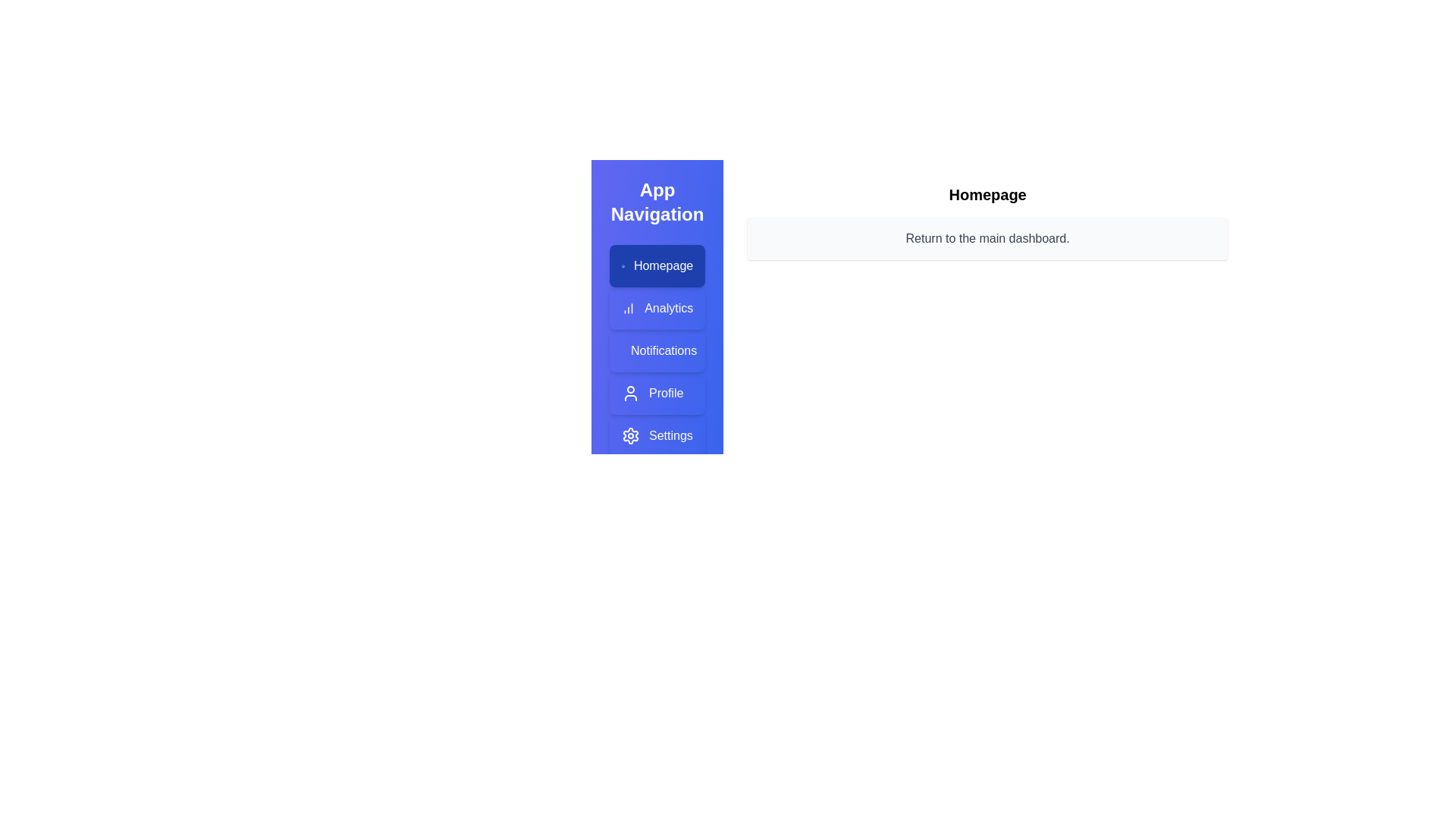  I want to click on the small icon representing a bar chart with increasing columns located in the navigation menu under the 'Homepage' option, next to the word 'Analytics', so click(629, 308).